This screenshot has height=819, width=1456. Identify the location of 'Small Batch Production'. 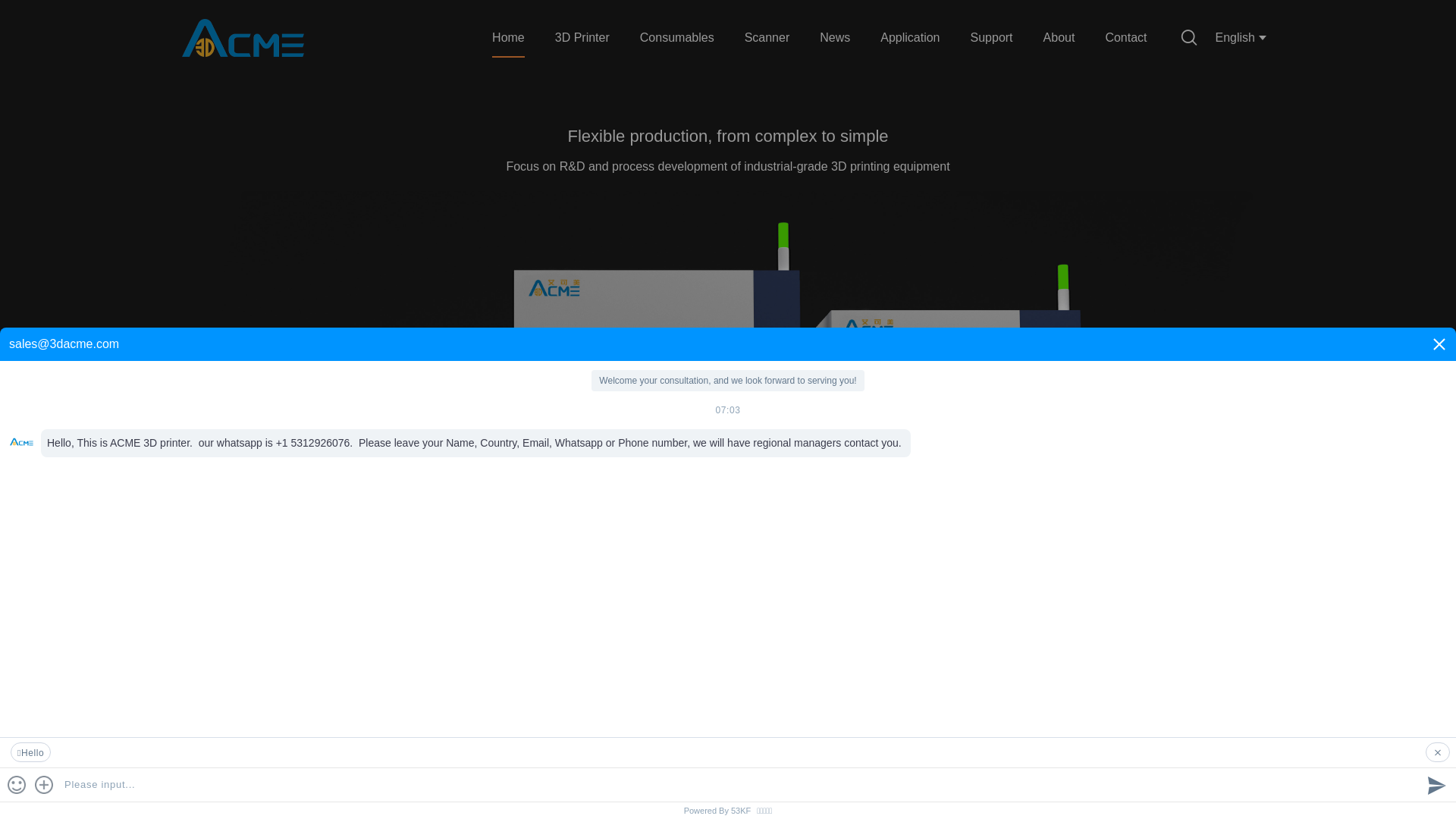
(795, 780).